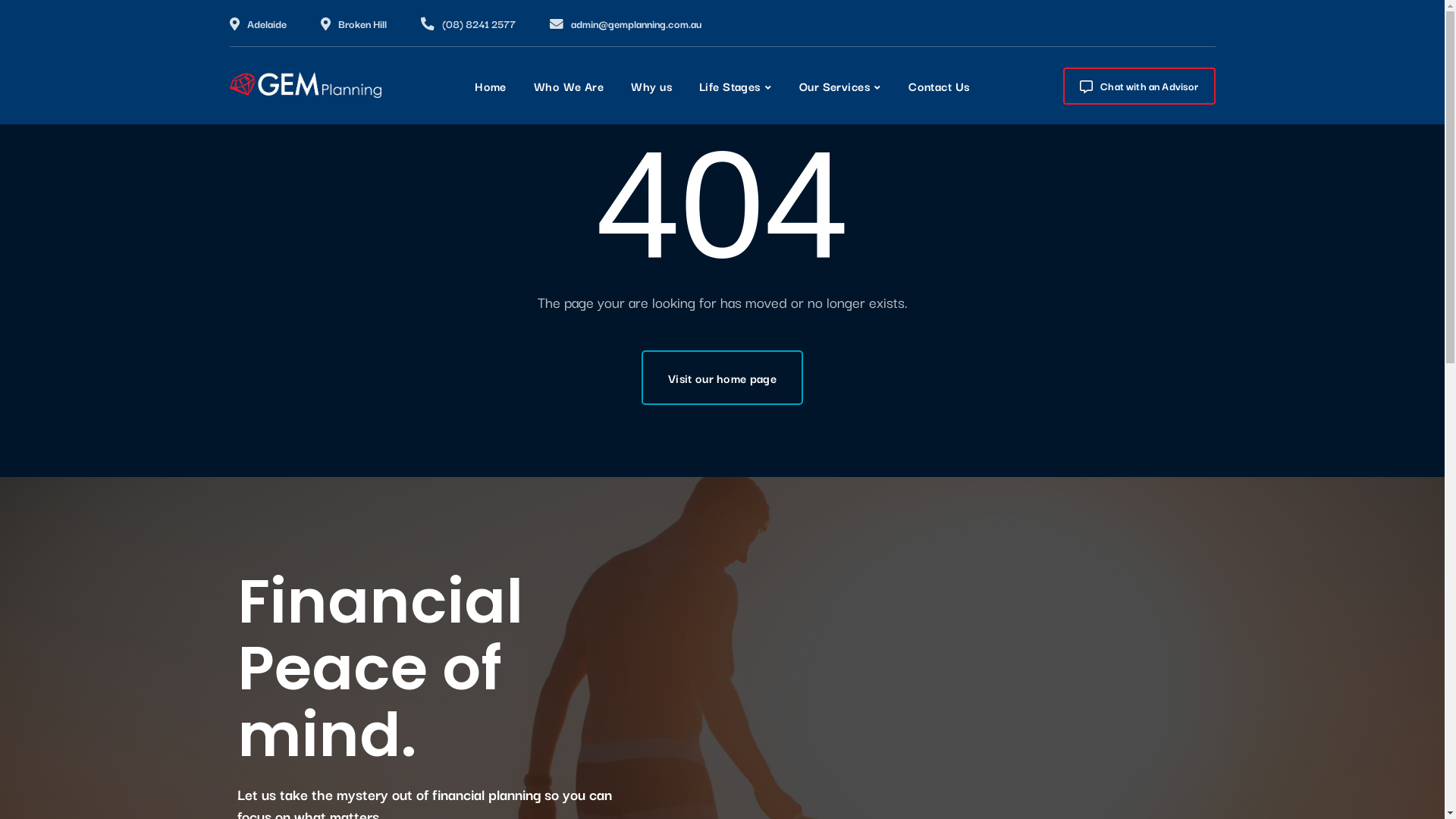 The width and height of the screenshot is (1456, 819). I want to click on 'Gem Planning', so click(304, 84).